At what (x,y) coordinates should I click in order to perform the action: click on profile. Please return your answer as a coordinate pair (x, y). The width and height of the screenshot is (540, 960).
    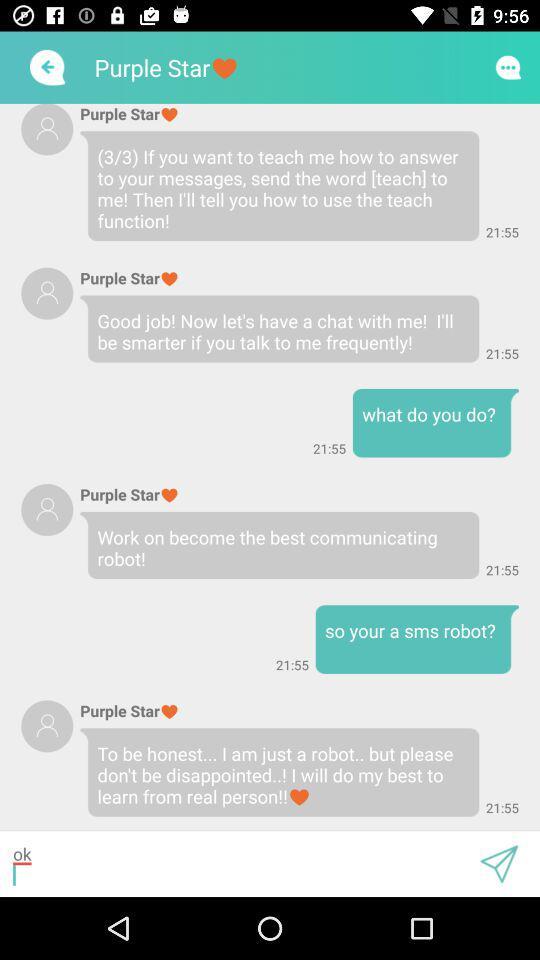
    Looking at the image, I should click on (47, 128).